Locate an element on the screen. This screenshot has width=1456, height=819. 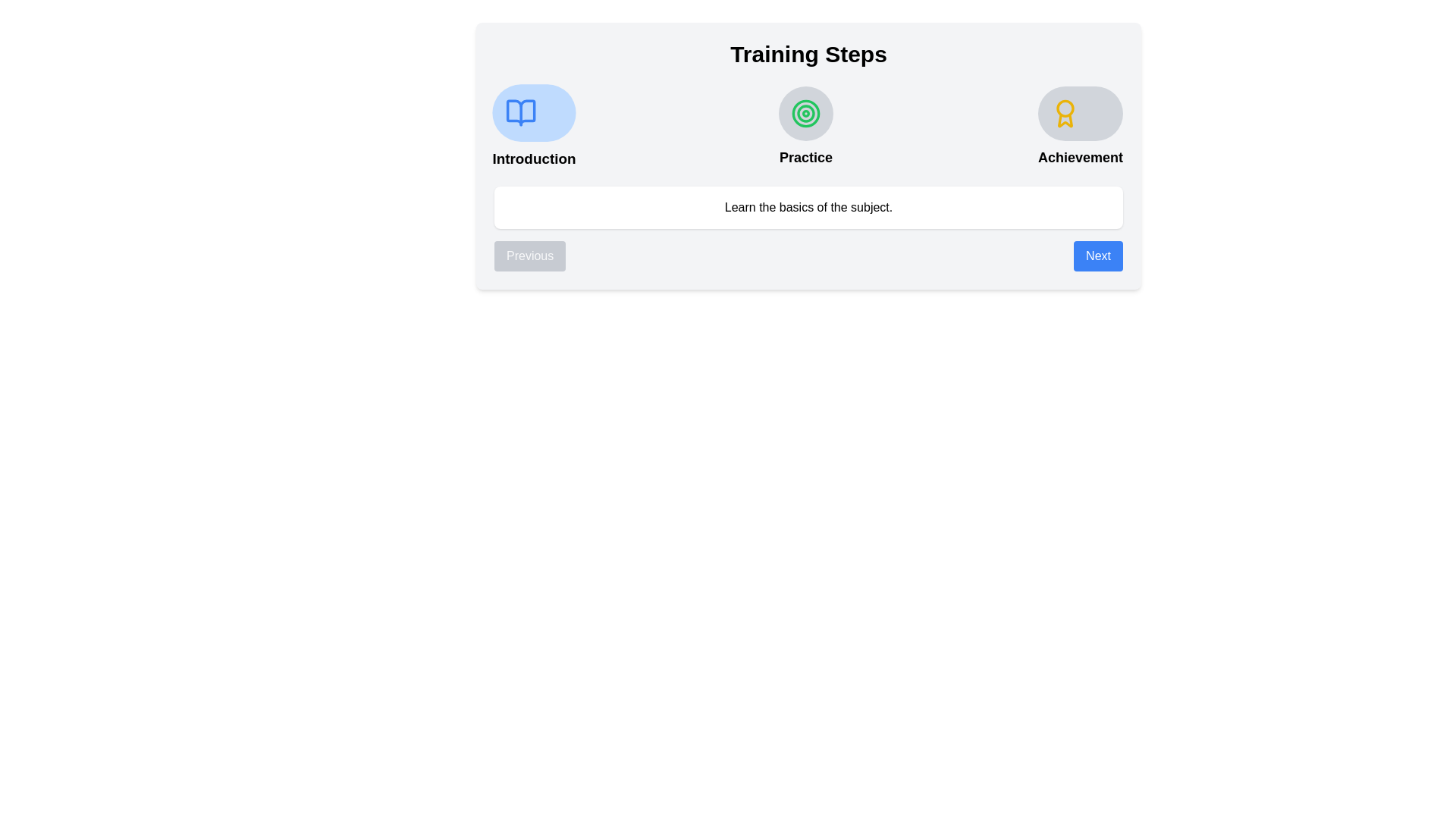
the 'Practice' step icon to view its details is located at coordinates (805, 113).